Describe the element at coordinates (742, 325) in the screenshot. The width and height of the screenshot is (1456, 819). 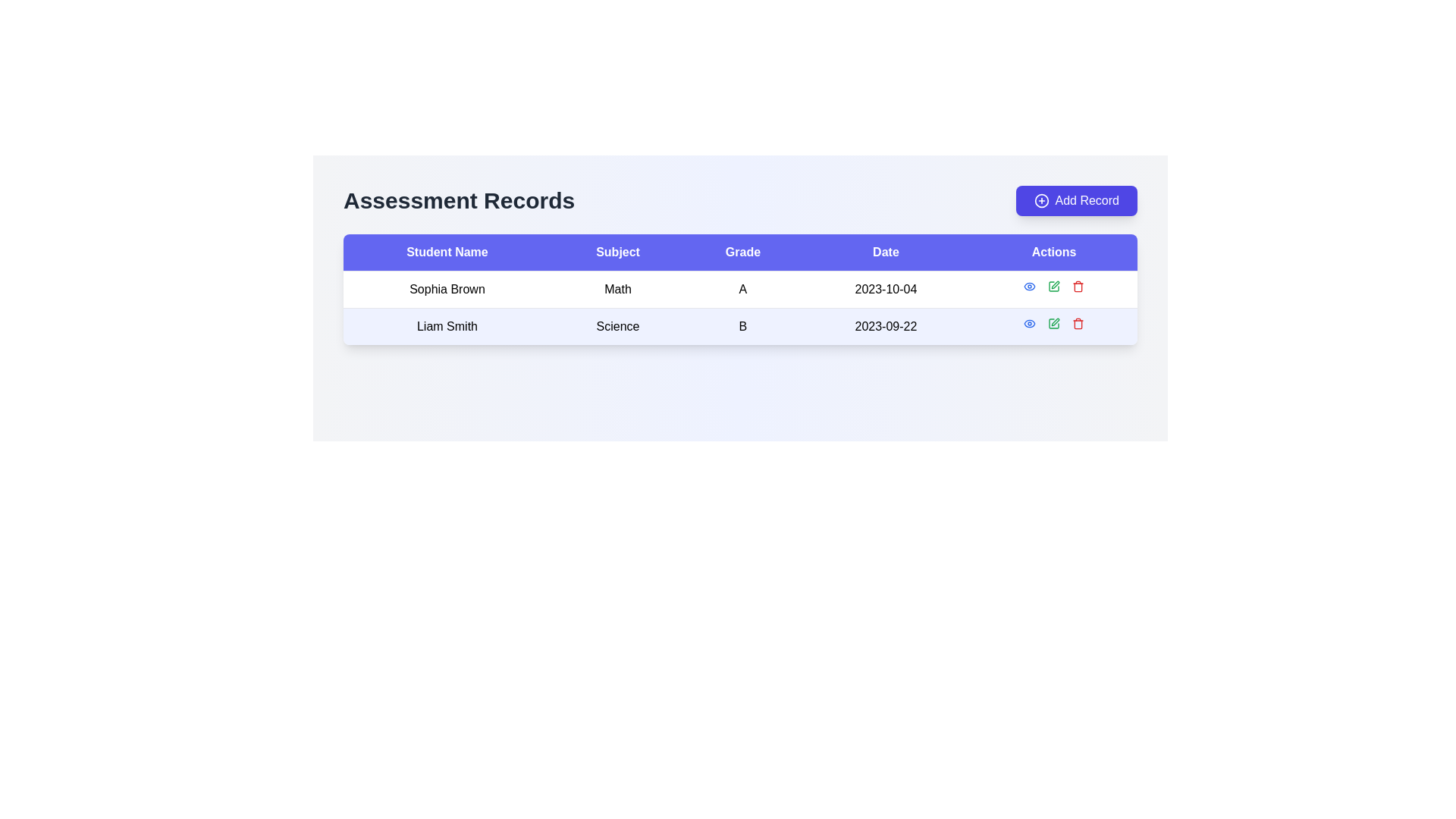
I see `the bold black capital letter 'B' in the 'Grade' column of the data table for 'Liam Smith' and 'Science', located in the third cell of the second row` at that location.